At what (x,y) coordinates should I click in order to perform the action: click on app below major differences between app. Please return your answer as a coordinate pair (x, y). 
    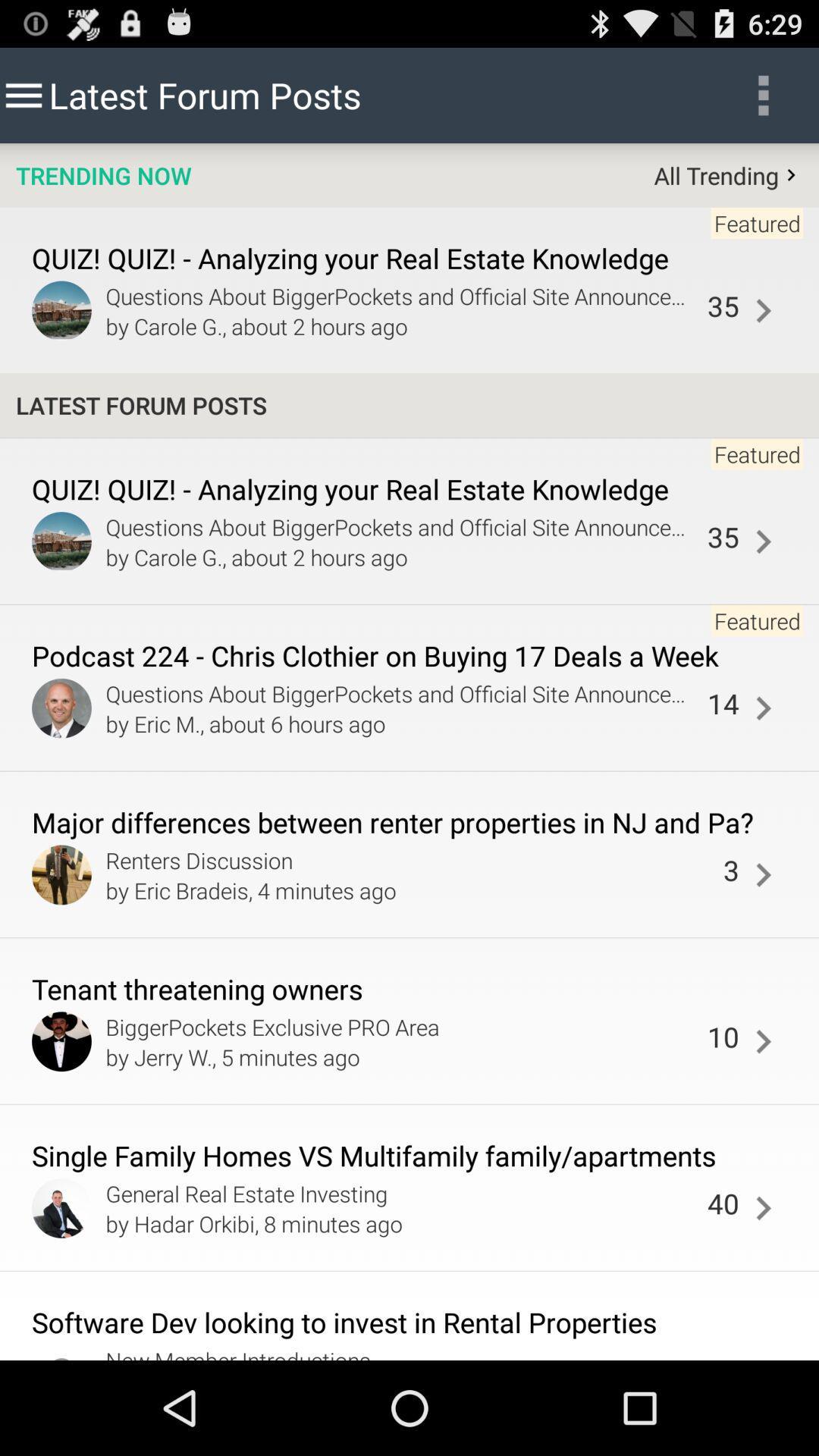
    Looking at the image, I should click on (410, 860).